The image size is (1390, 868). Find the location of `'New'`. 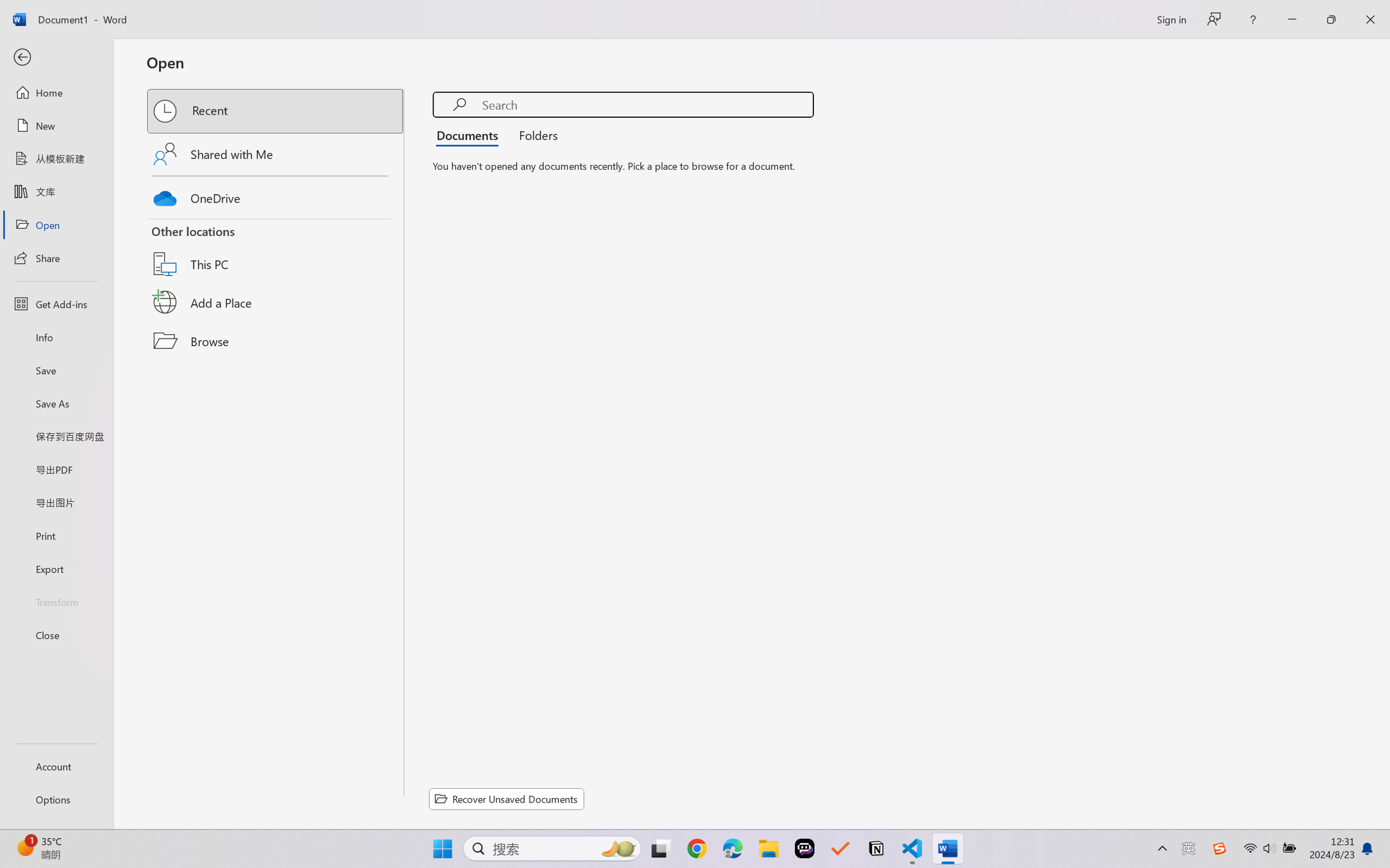

'New' is located at coordinates (56, 125).